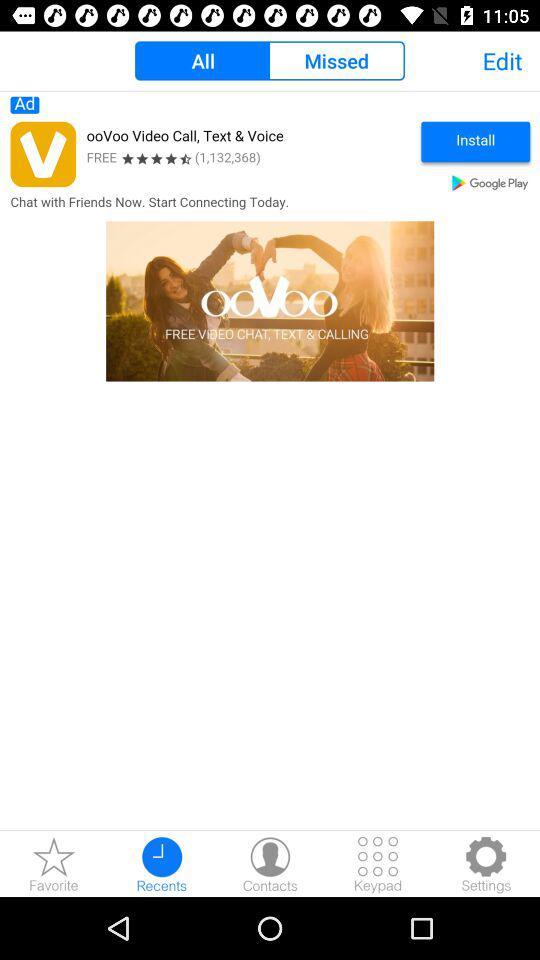 Image resolution: width=540 pixels, height=960 pixels. I want to click on the dialpad icon, so click(378, 863).